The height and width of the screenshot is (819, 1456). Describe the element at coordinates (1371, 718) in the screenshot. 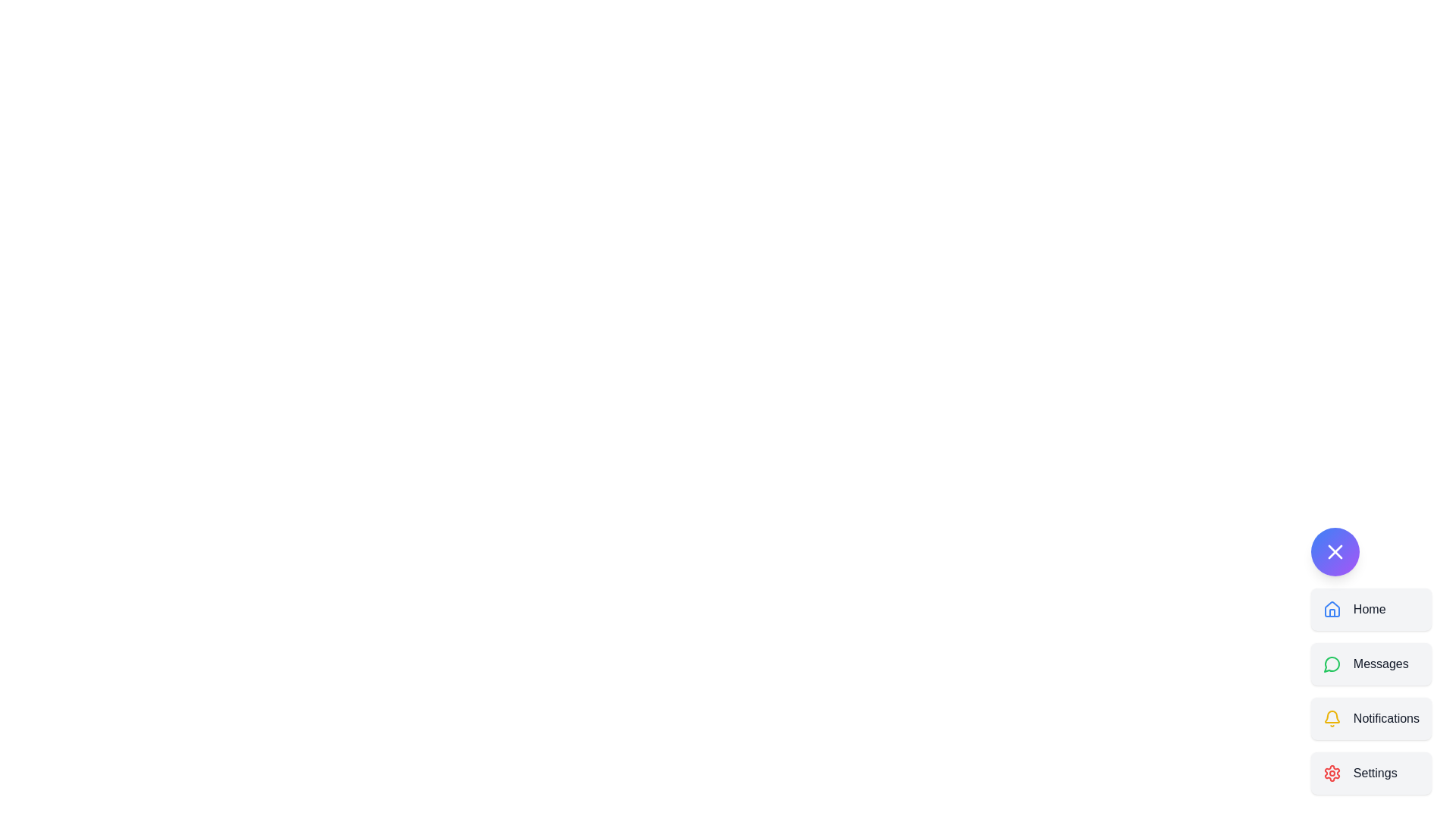

I see `the third button in the vertical list, located between the 'Messages' button and the 'Settings' button` at that location.